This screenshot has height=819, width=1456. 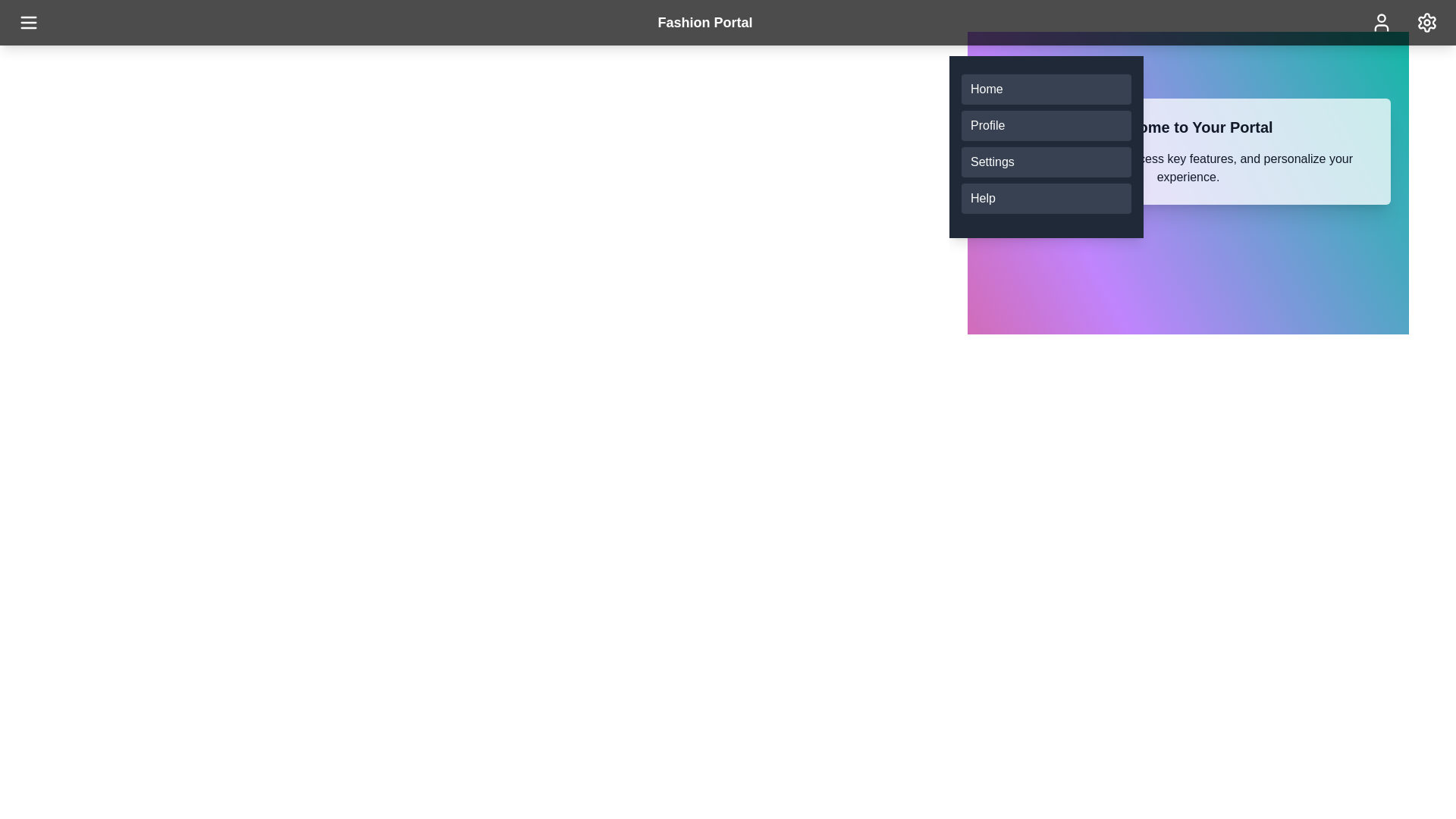 I want to click on the user profile button located at the top-right corner of the app bar, so click(x=1381, y=23).